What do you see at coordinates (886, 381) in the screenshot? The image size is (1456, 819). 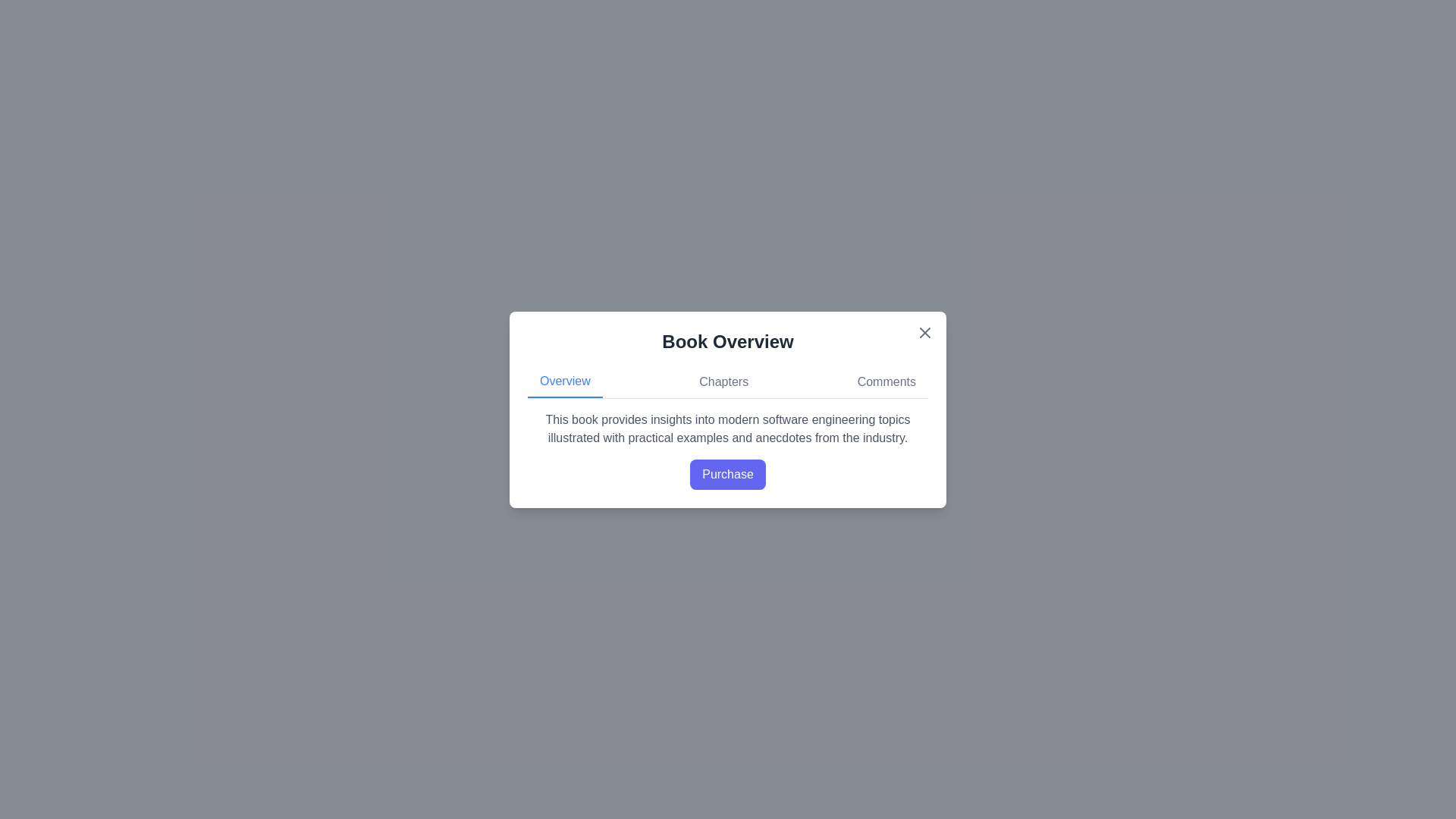 I see `the 'Comments' tab in the horizontal menu` at bounding box center [886, 381].